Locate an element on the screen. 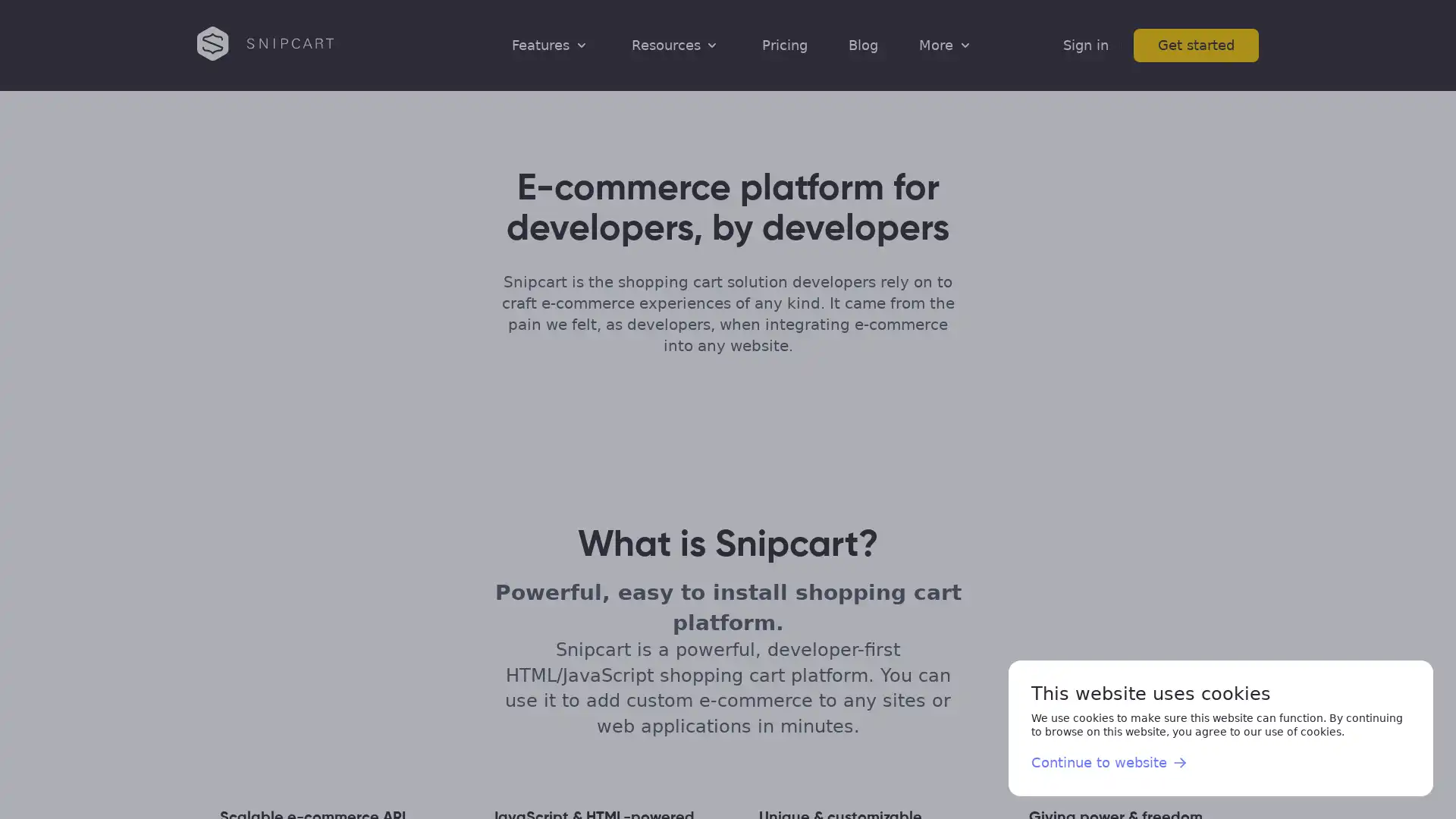  Resources is located at coordinates (675, 44).